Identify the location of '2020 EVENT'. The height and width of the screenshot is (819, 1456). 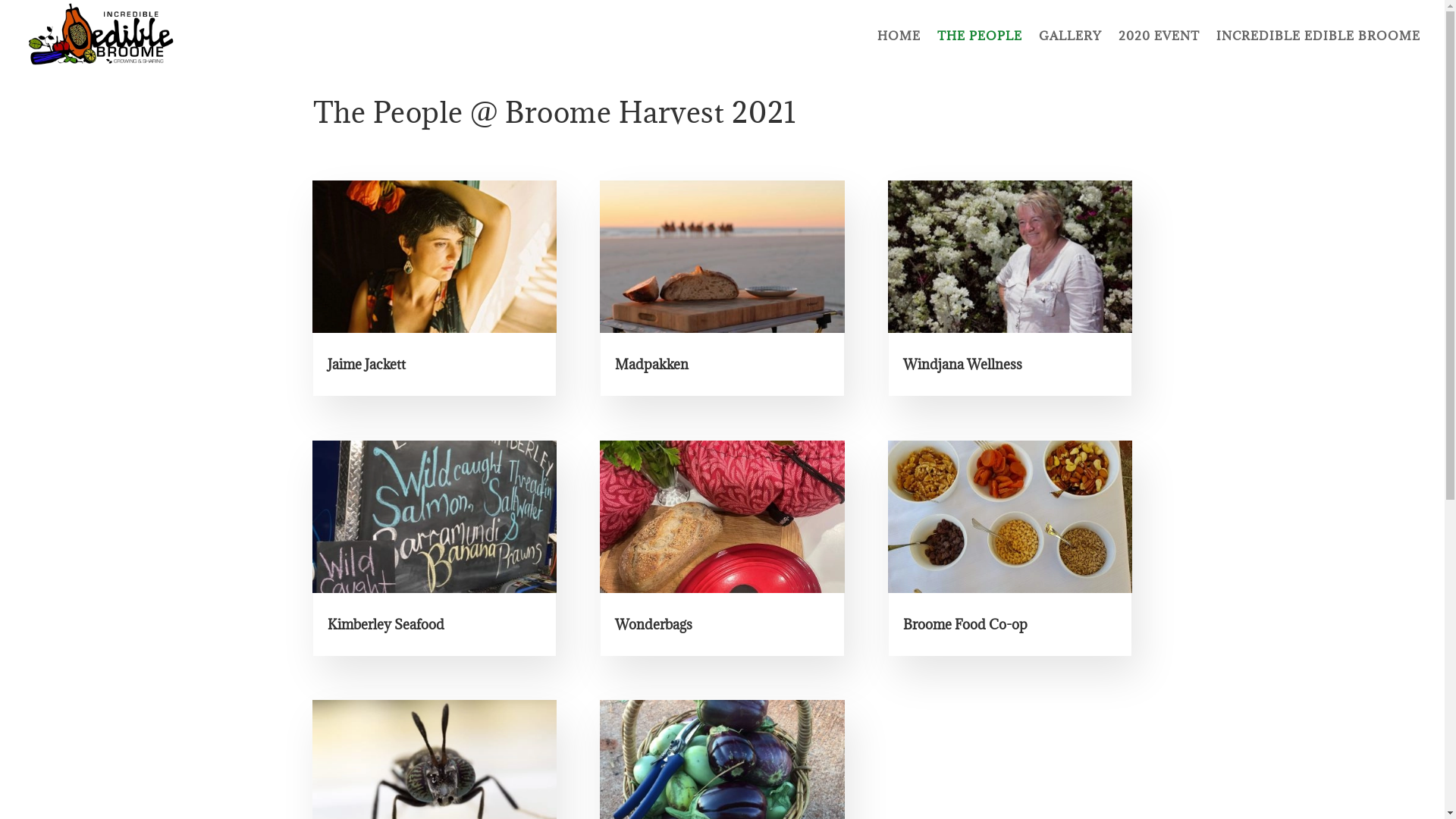
(1118, 49).